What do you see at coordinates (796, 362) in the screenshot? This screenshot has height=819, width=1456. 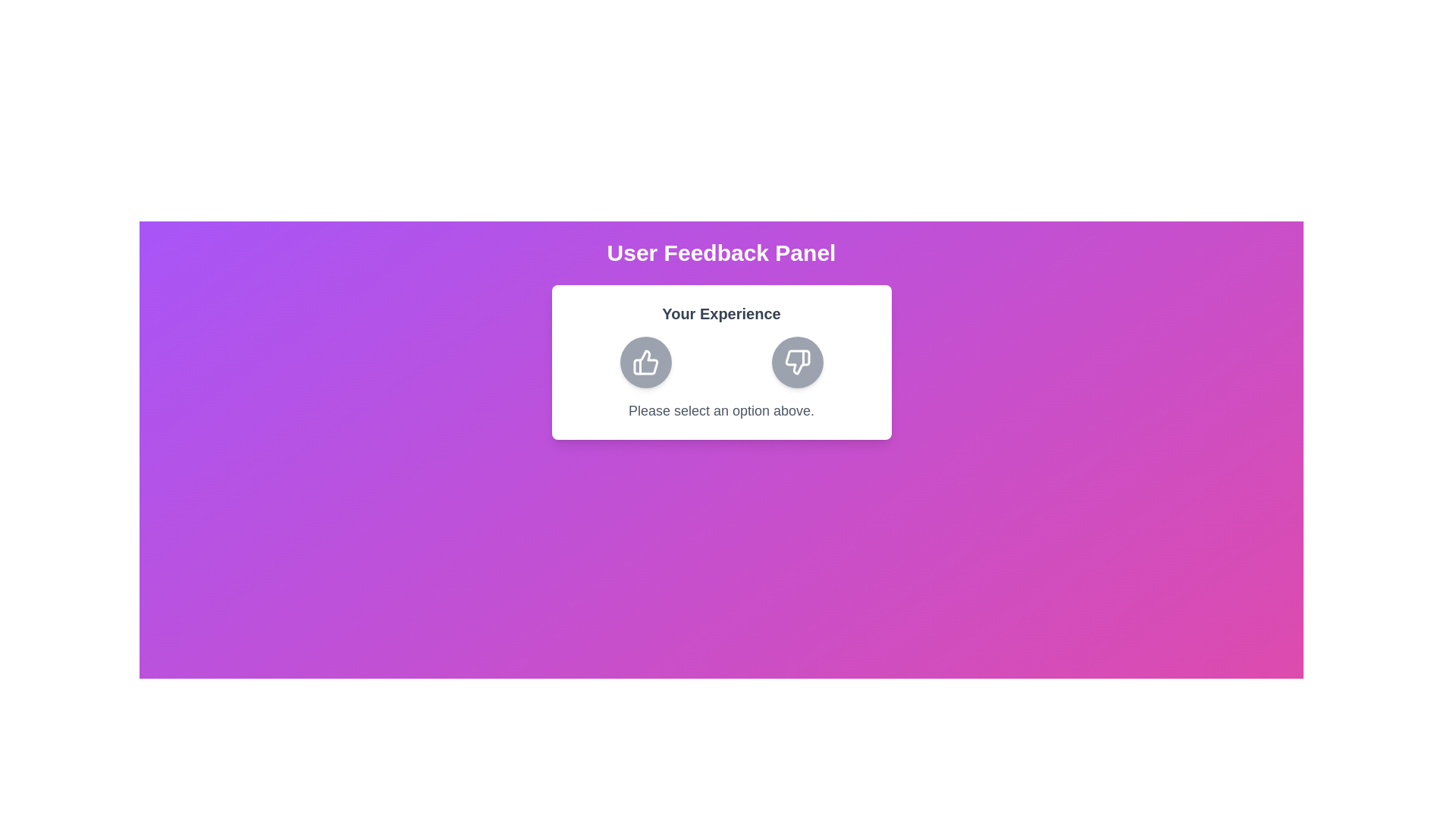 I see `the thumbs down button to give negative feedback` at bounding box center [796, 362].